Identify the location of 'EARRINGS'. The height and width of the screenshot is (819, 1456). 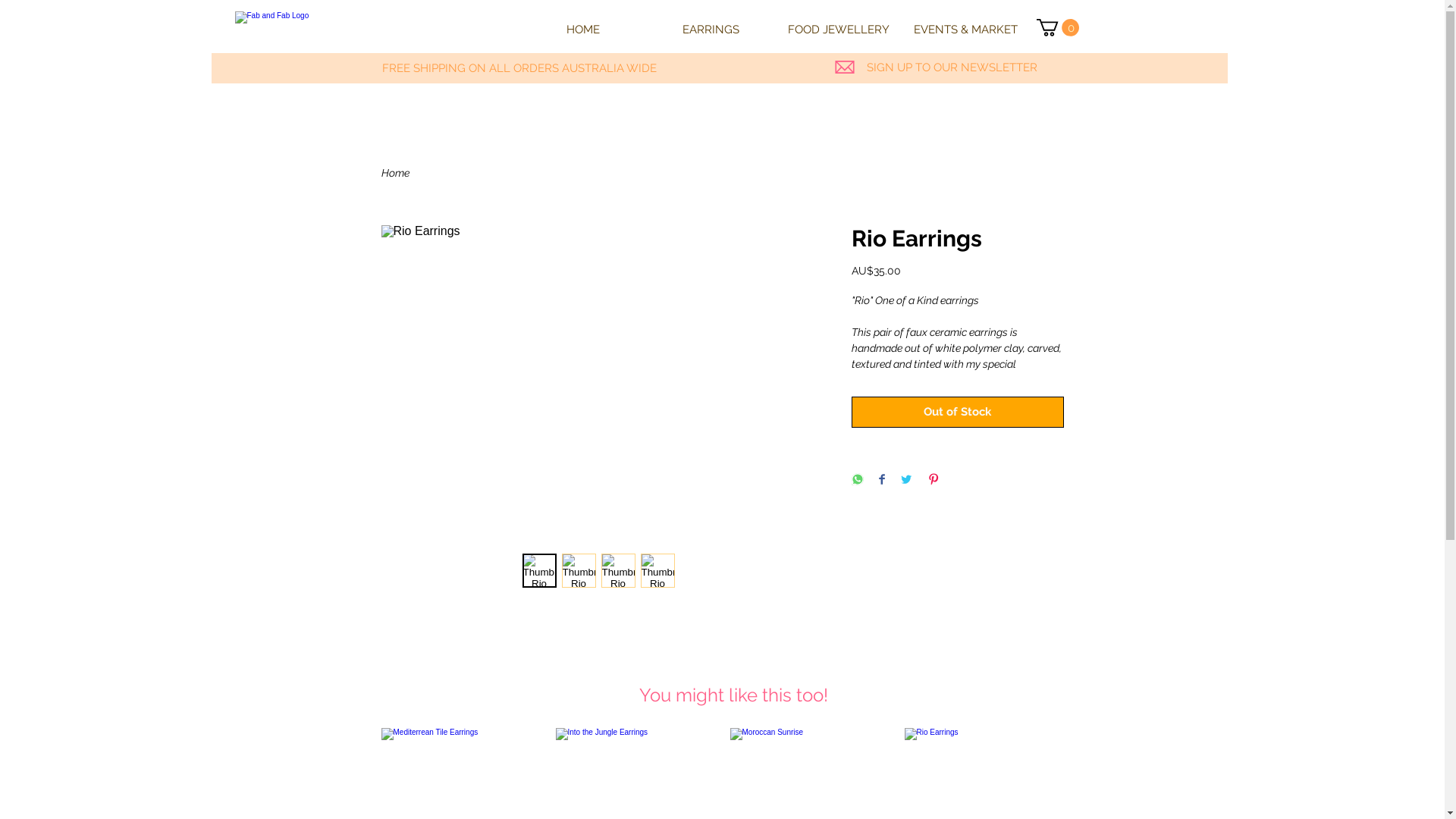
(710, 30).